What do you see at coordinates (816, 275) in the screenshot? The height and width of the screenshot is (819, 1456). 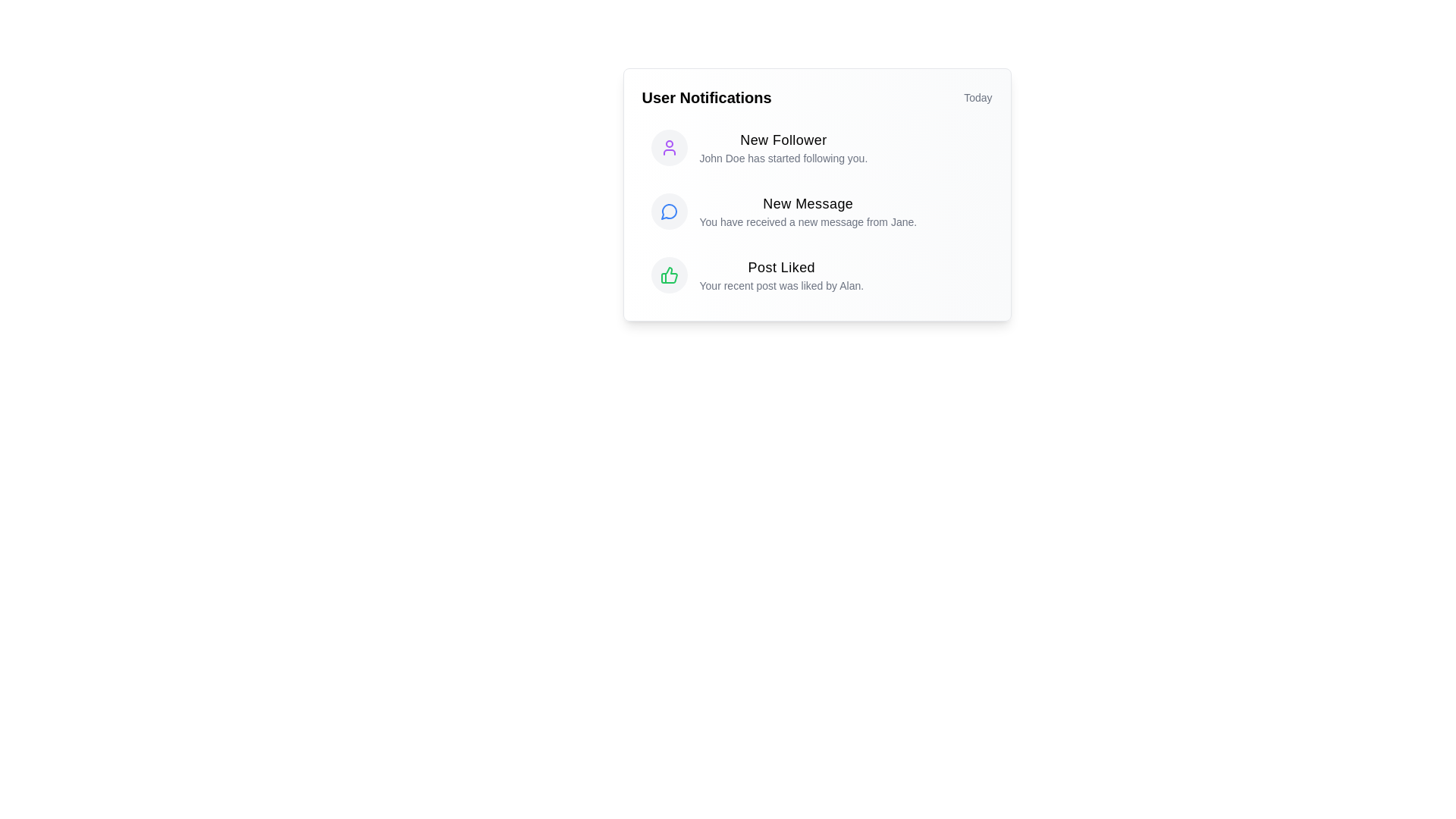 I see `notification titled 'Post Liked' which indicates that your recent post was liked by Alan` at bounding box center [816, 275].